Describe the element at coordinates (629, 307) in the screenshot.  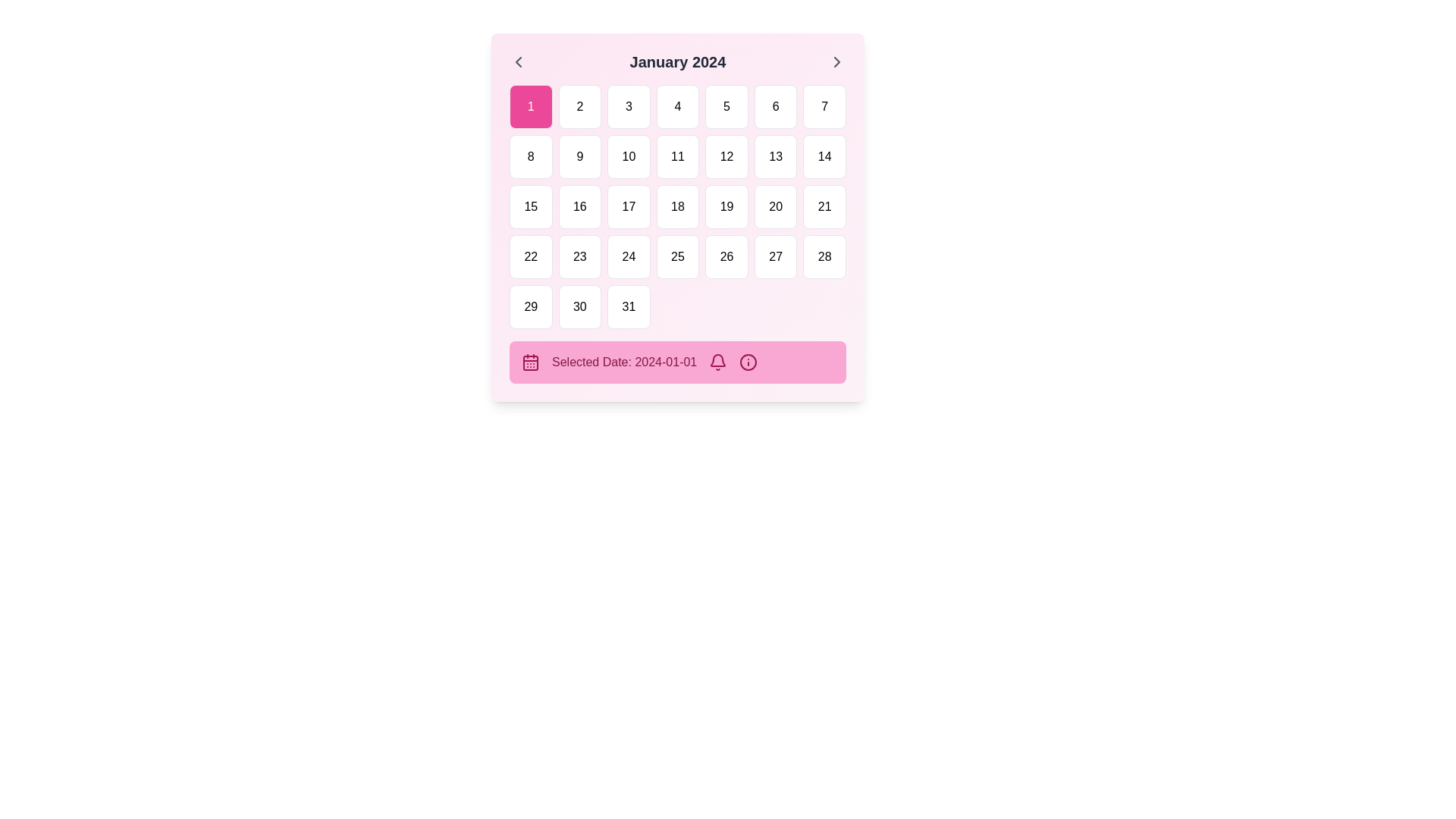
I see `the button labeled '31' in the calendar` at that location.